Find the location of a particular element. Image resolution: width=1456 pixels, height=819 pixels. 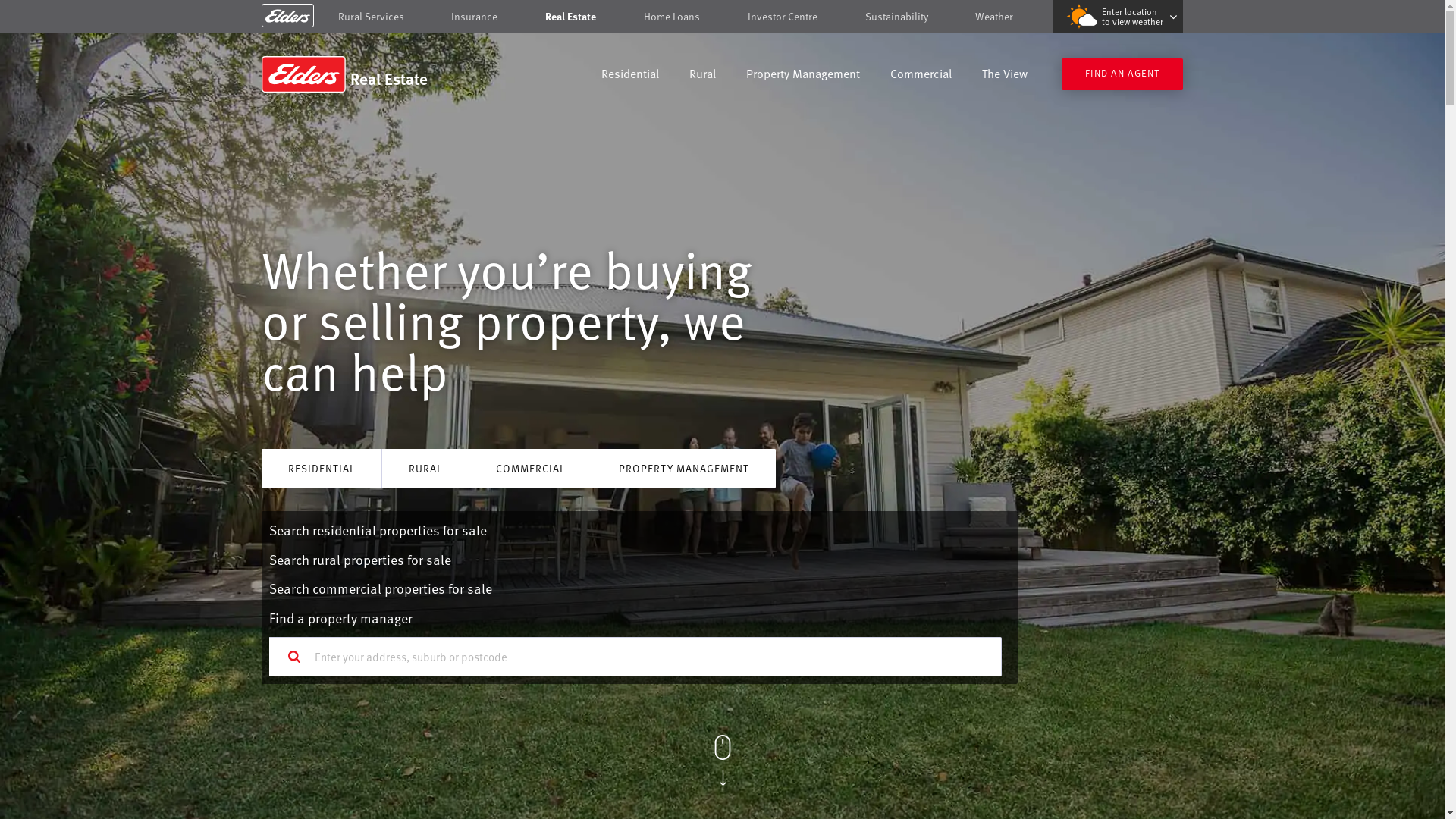

'Real Estate' is located at coordinates (570, 16).